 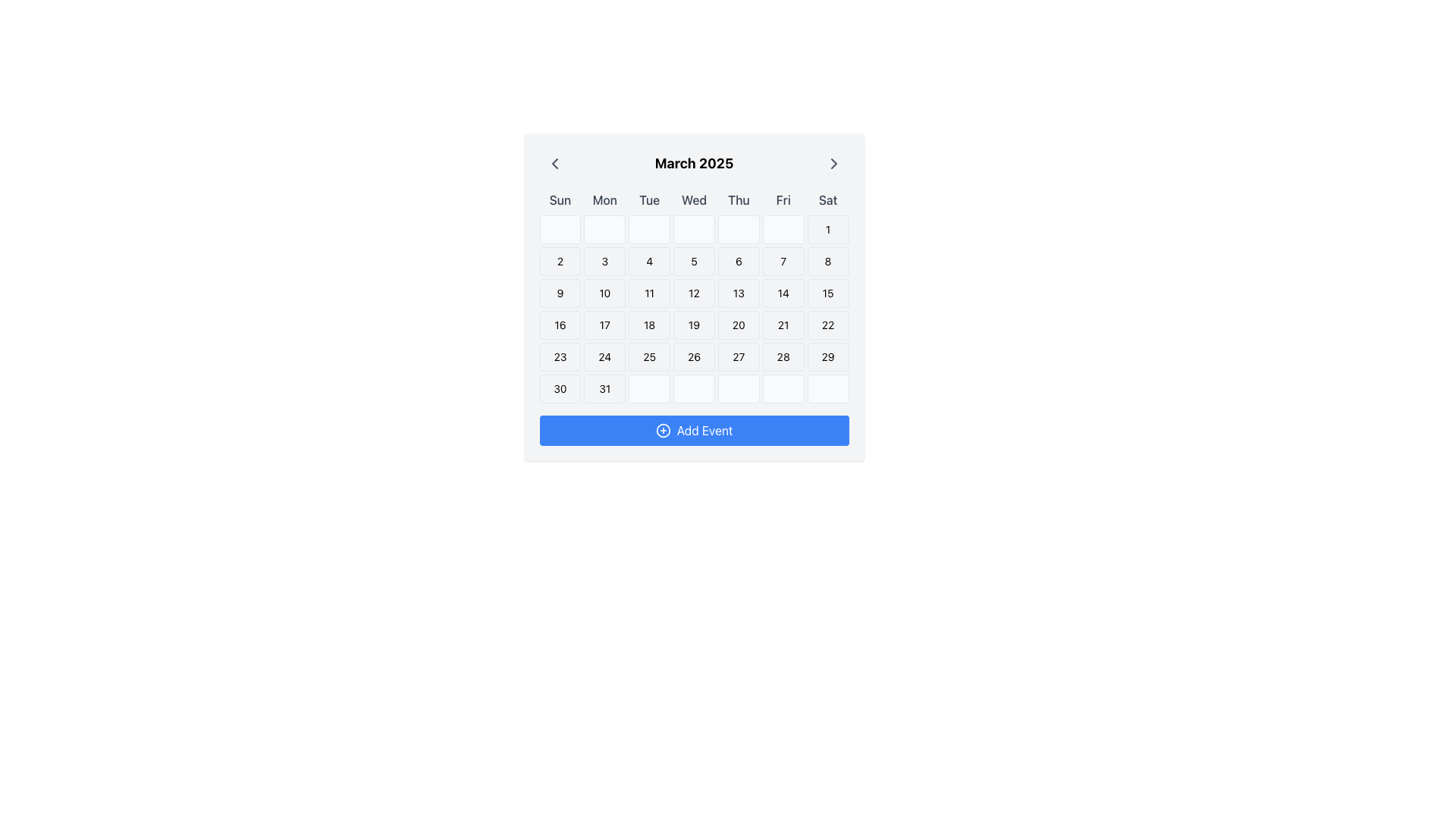 I want to click on the '8' date button, so click(x=827, y=260).